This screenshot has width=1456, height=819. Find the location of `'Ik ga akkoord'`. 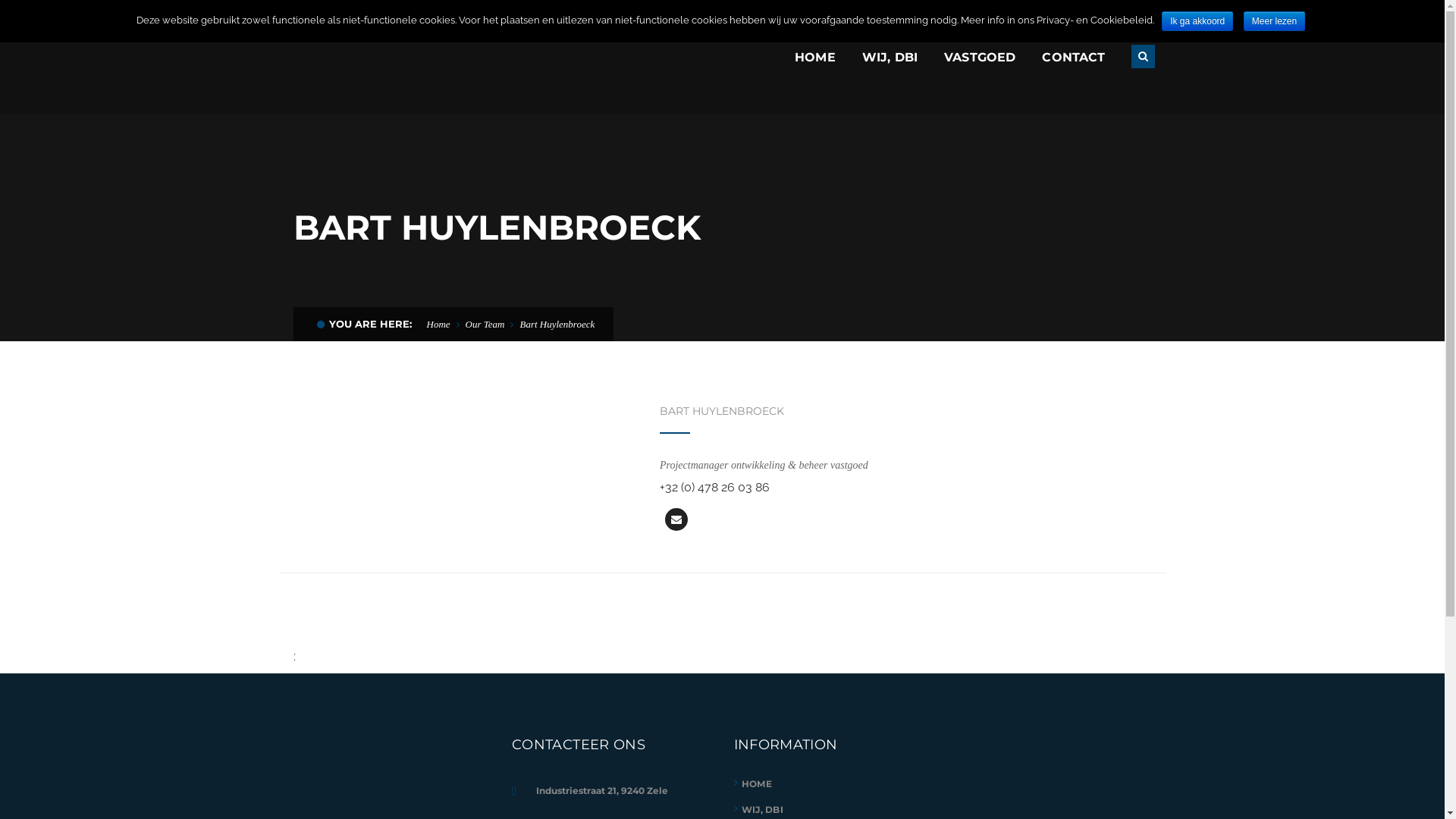

'Ik ga akkoord' is located at coordinates (1197, 20).